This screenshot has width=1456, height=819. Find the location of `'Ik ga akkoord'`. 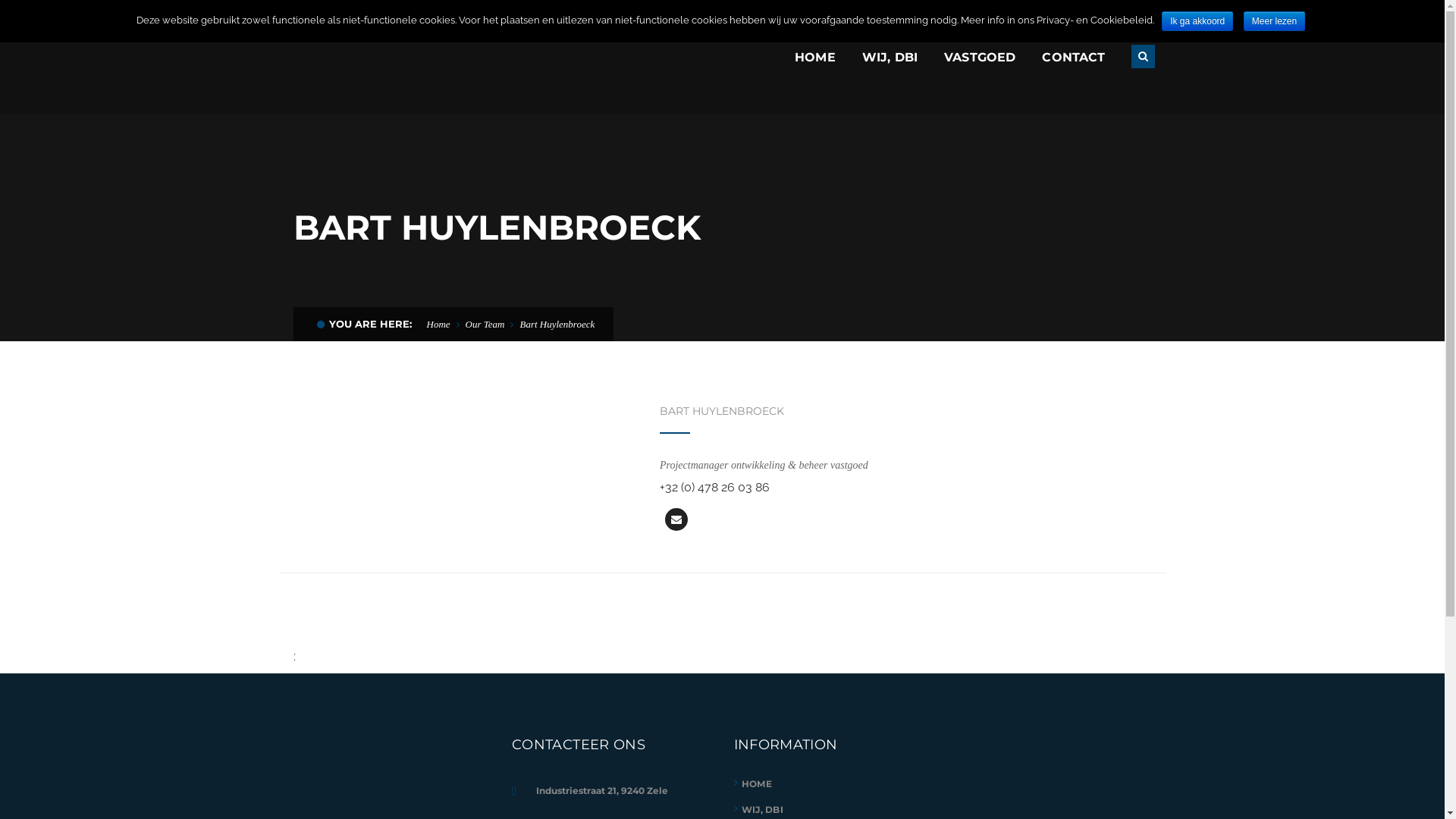

'Ik ga akkoord' is located at coordinates (1197, 20).